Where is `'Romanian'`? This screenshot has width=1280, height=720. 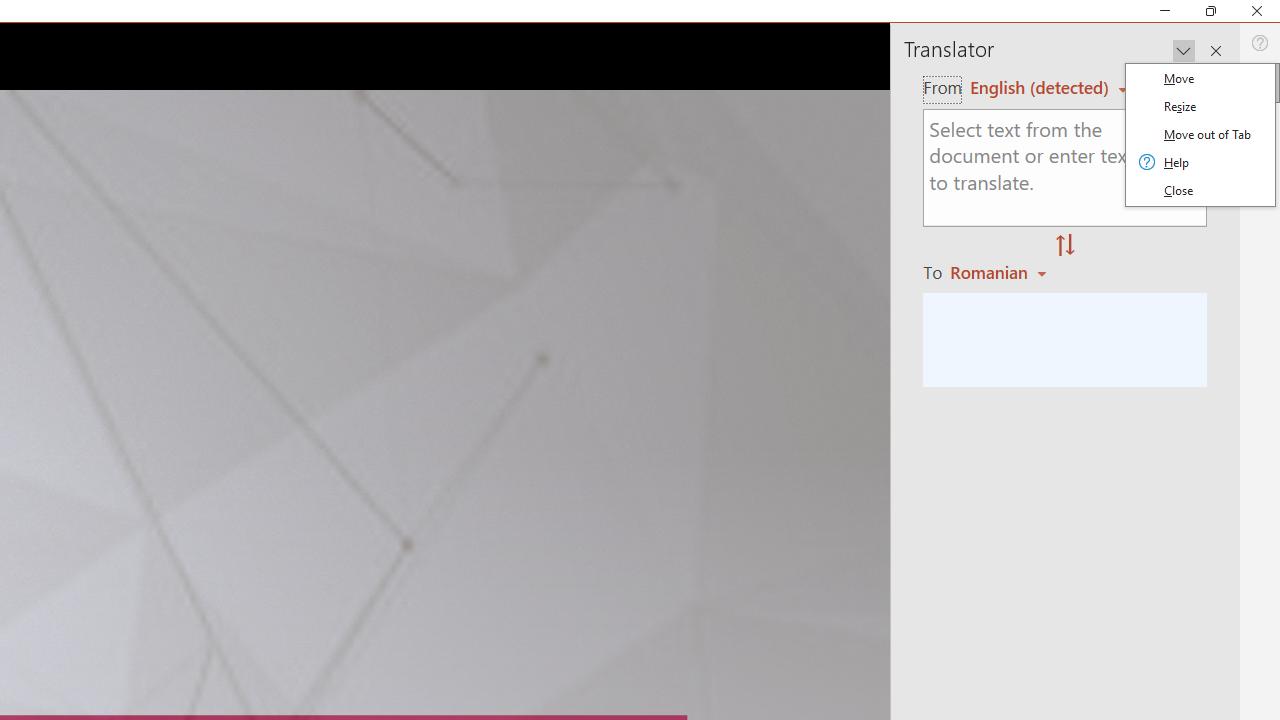
'Romanian' is located at coordinates (1001, 272).